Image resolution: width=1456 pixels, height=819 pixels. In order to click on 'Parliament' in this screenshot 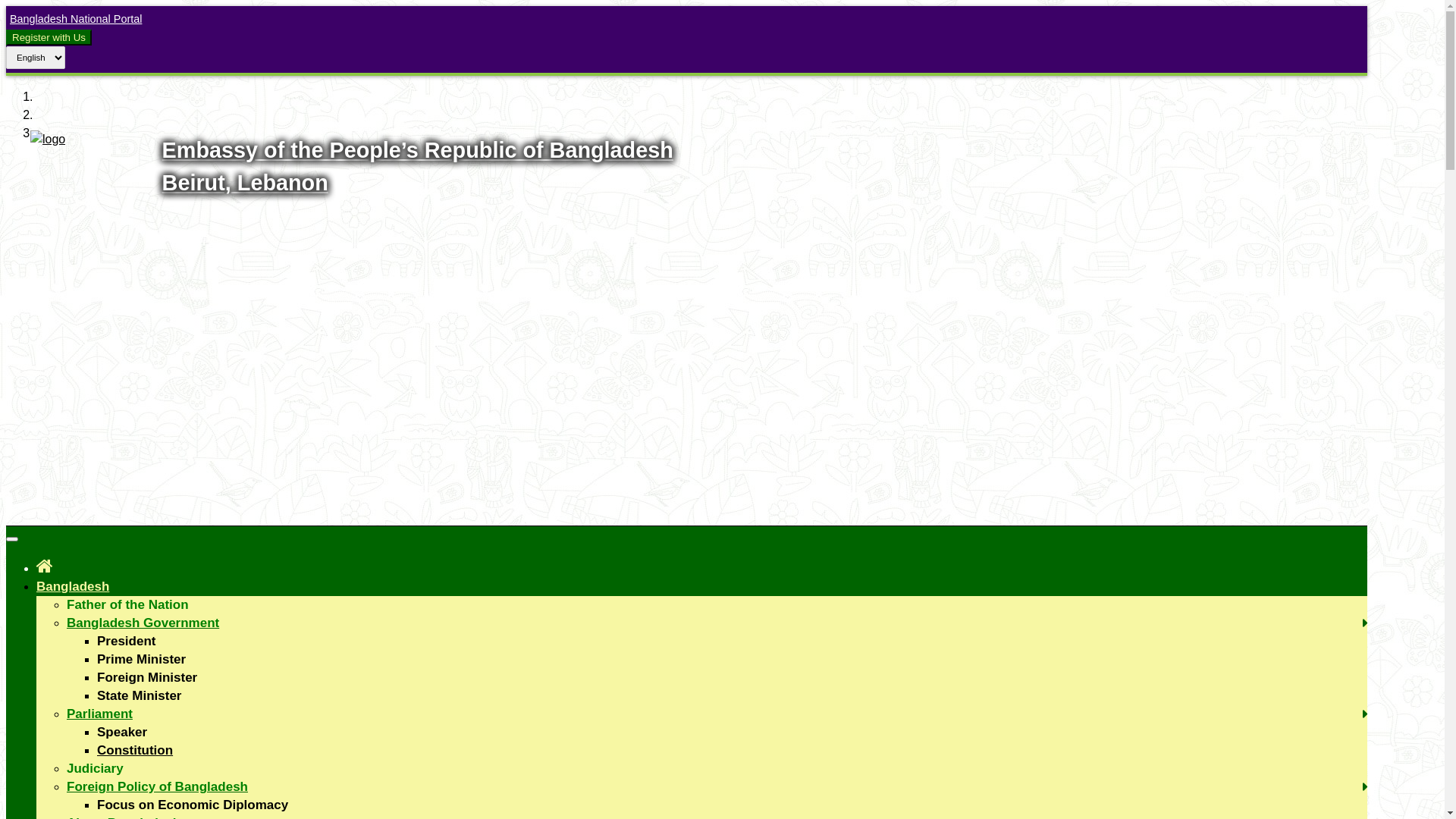, I will do `click(99, 714)`.